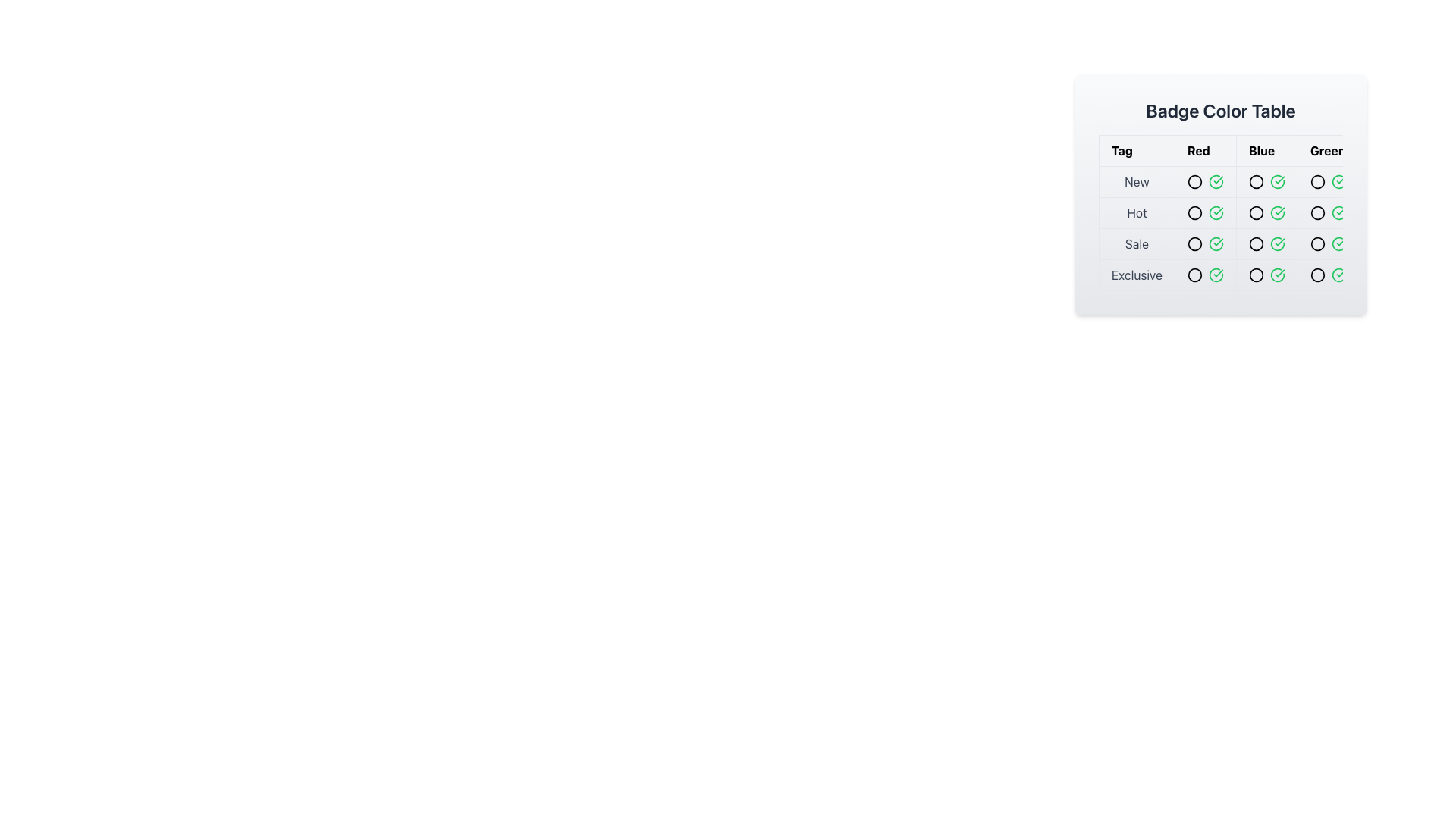  I want to click on the circular green icon with a check mark inside, located in the 'Badge Color Table' under the 'Exclusive' row and the 'Green' column, so click(1276, 275).